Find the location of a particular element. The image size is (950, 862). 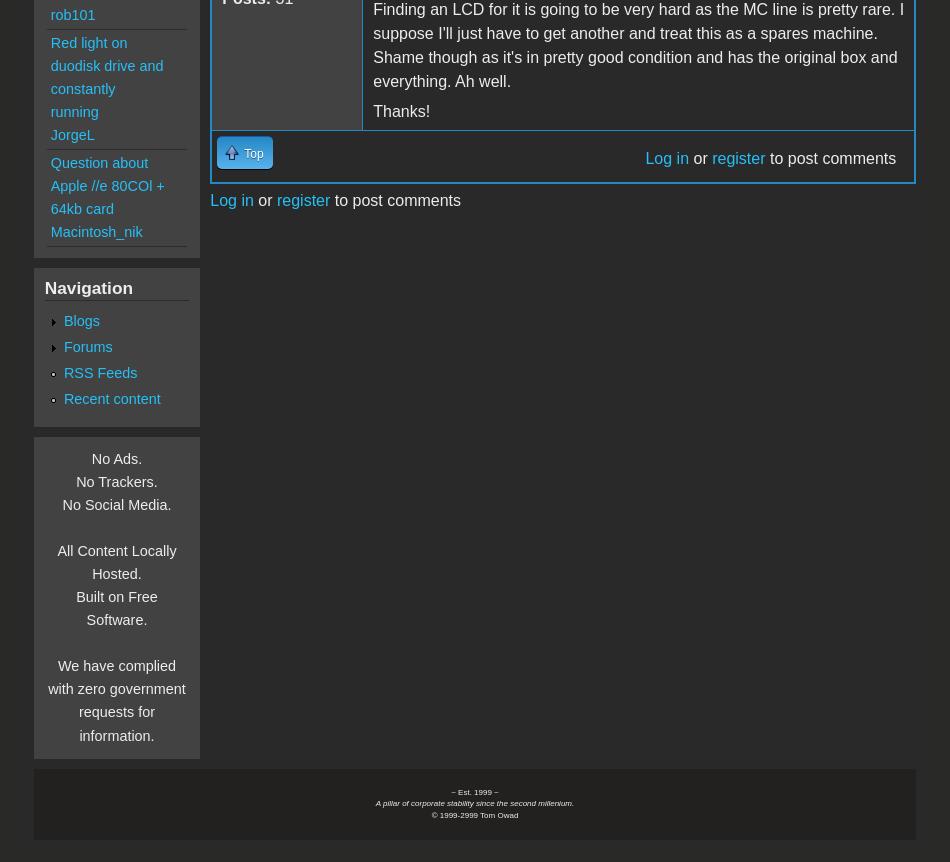

'Recent content' is located at coordinates (111, 398).